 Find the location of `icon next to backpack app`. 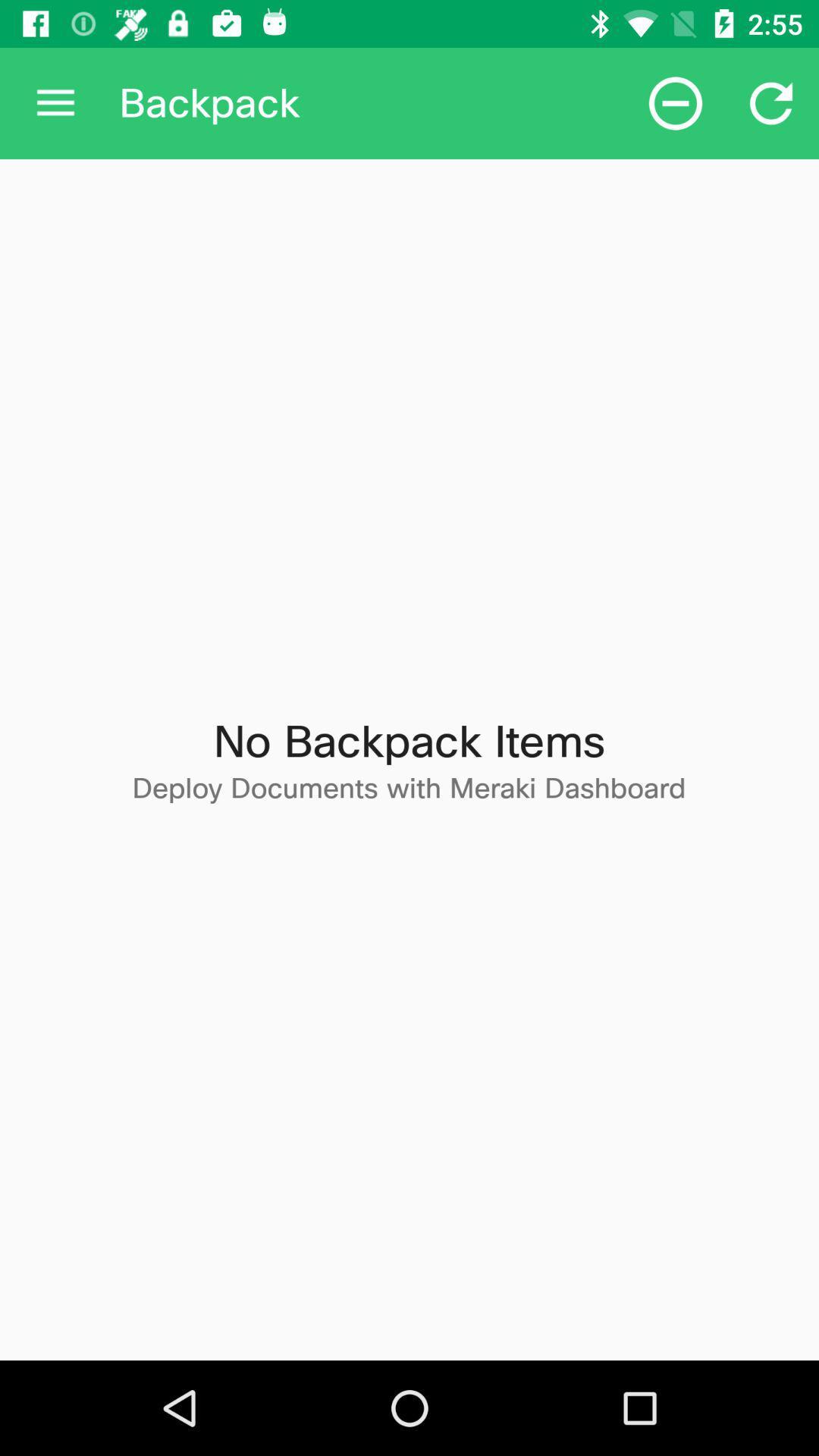

icon next to backpack app is located at coordinates (675, 102).